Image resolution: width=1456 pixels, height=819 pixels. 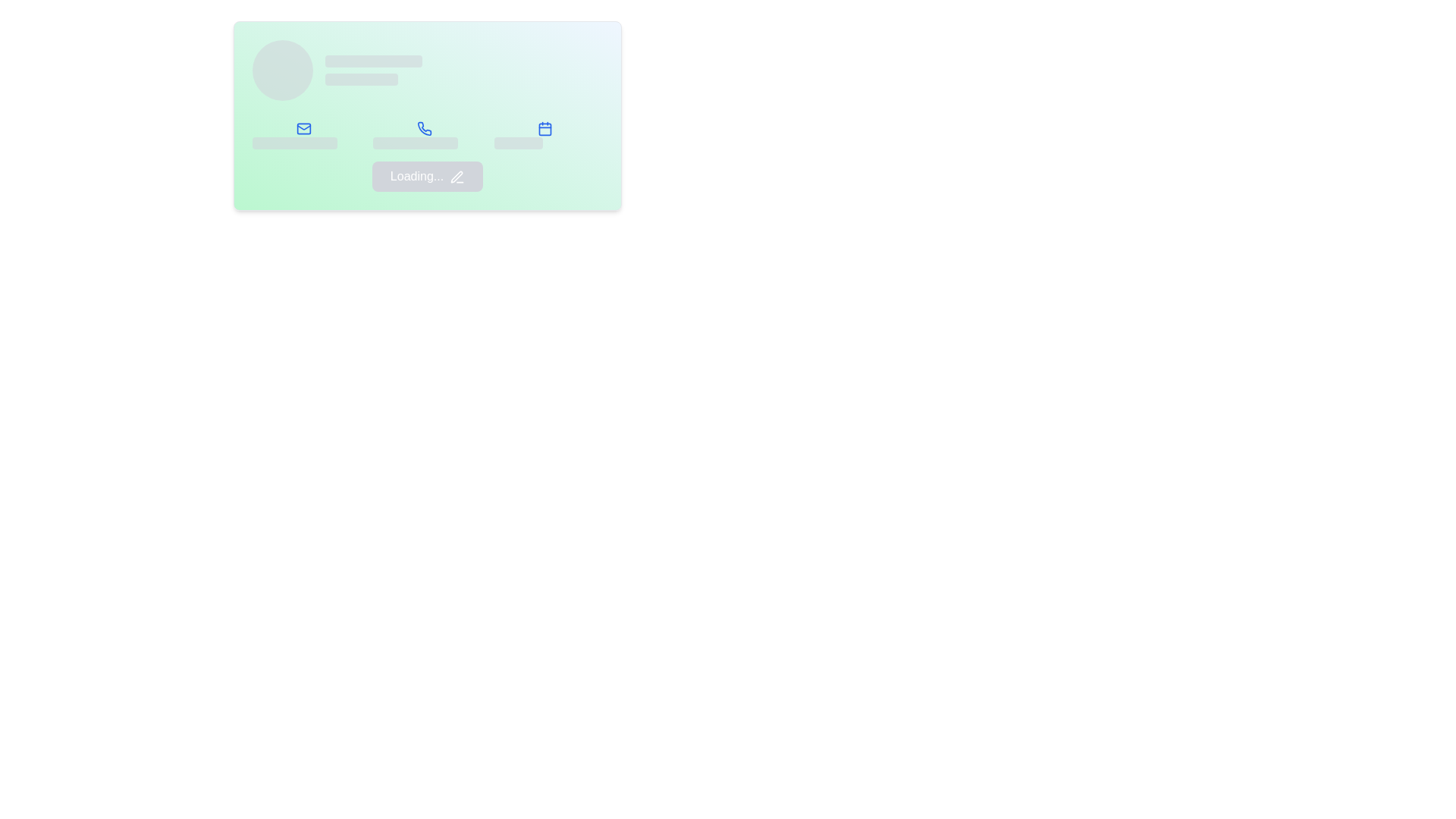 I want to click on decorative graphical component (SVG rectangle) located at the top-left corner of the email icon for debugging purposes, so click(x=303, y=127).